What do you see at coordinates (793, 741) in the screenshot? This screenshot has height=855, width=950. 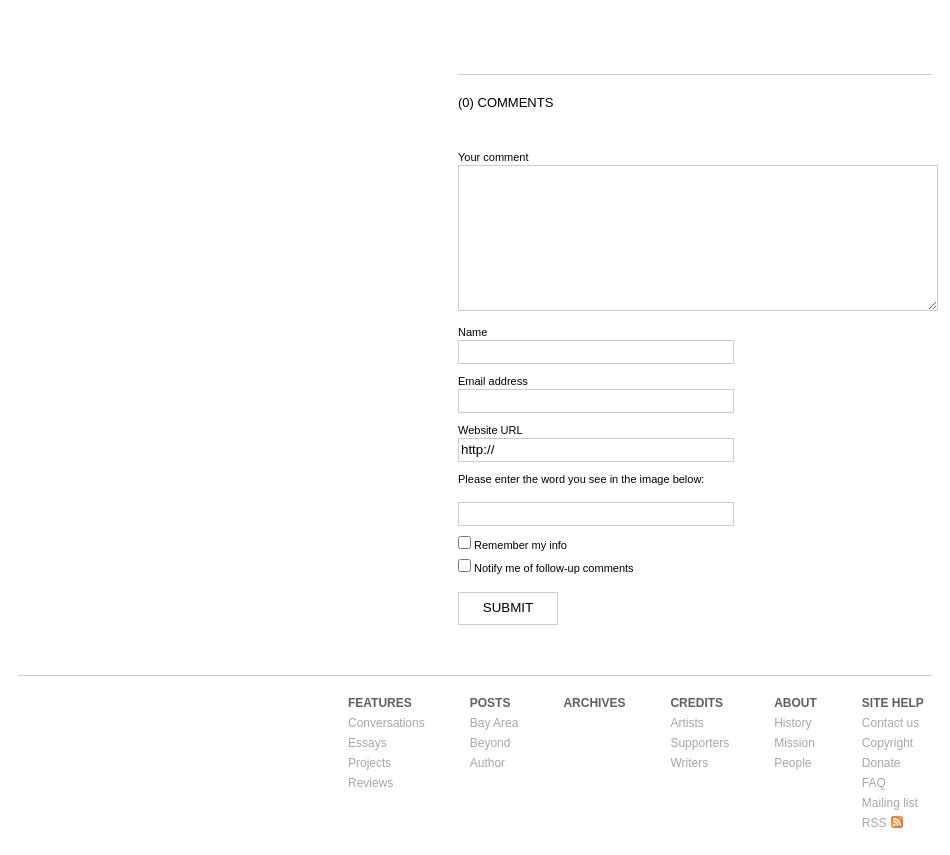 I see `'Mission'` at bounding box center [793, 741].